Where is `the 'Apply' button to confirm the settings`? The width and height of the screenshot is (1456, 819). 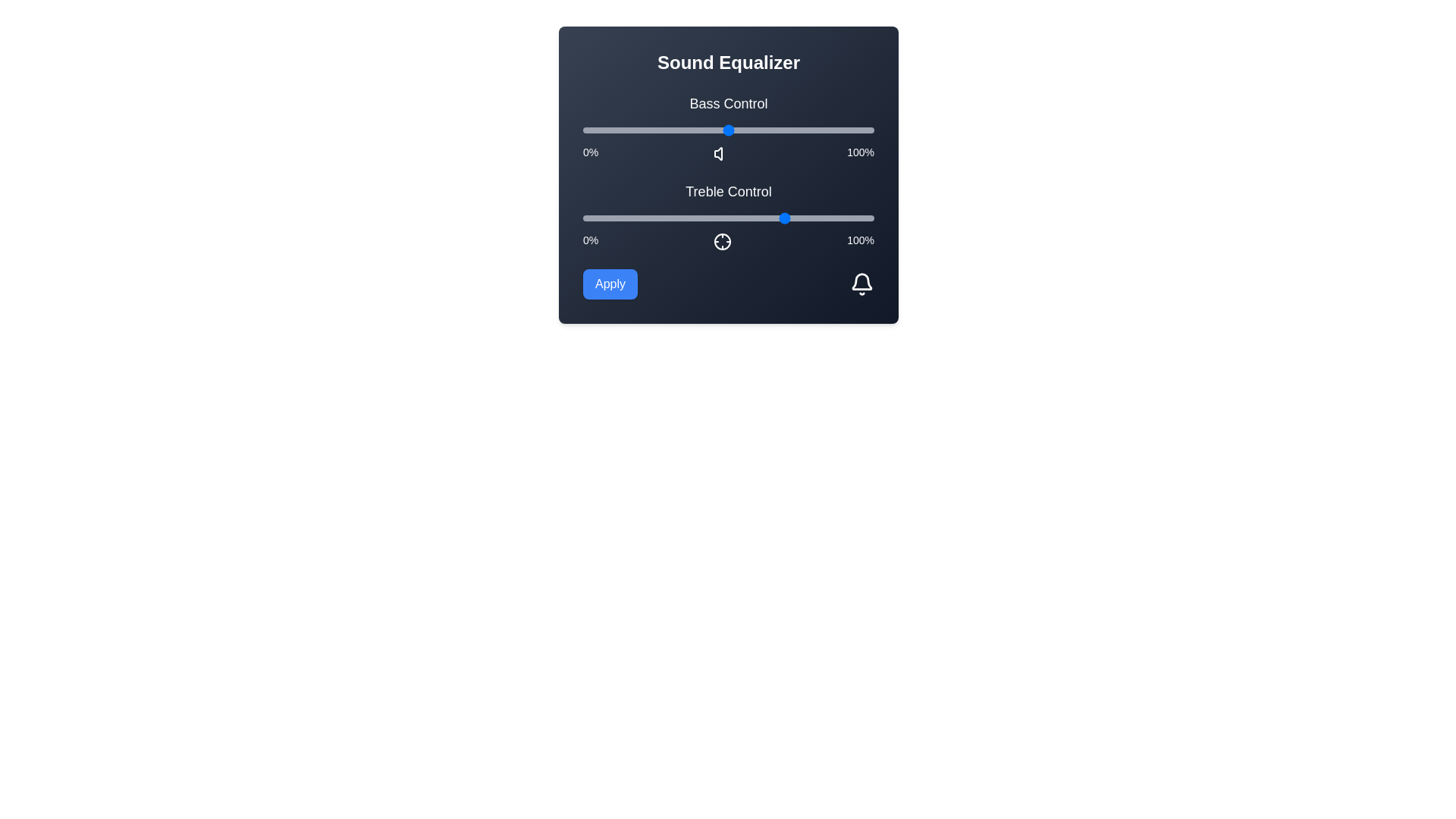
the 'Apply' button to confirm the settings is located at coordinates (610, 284).